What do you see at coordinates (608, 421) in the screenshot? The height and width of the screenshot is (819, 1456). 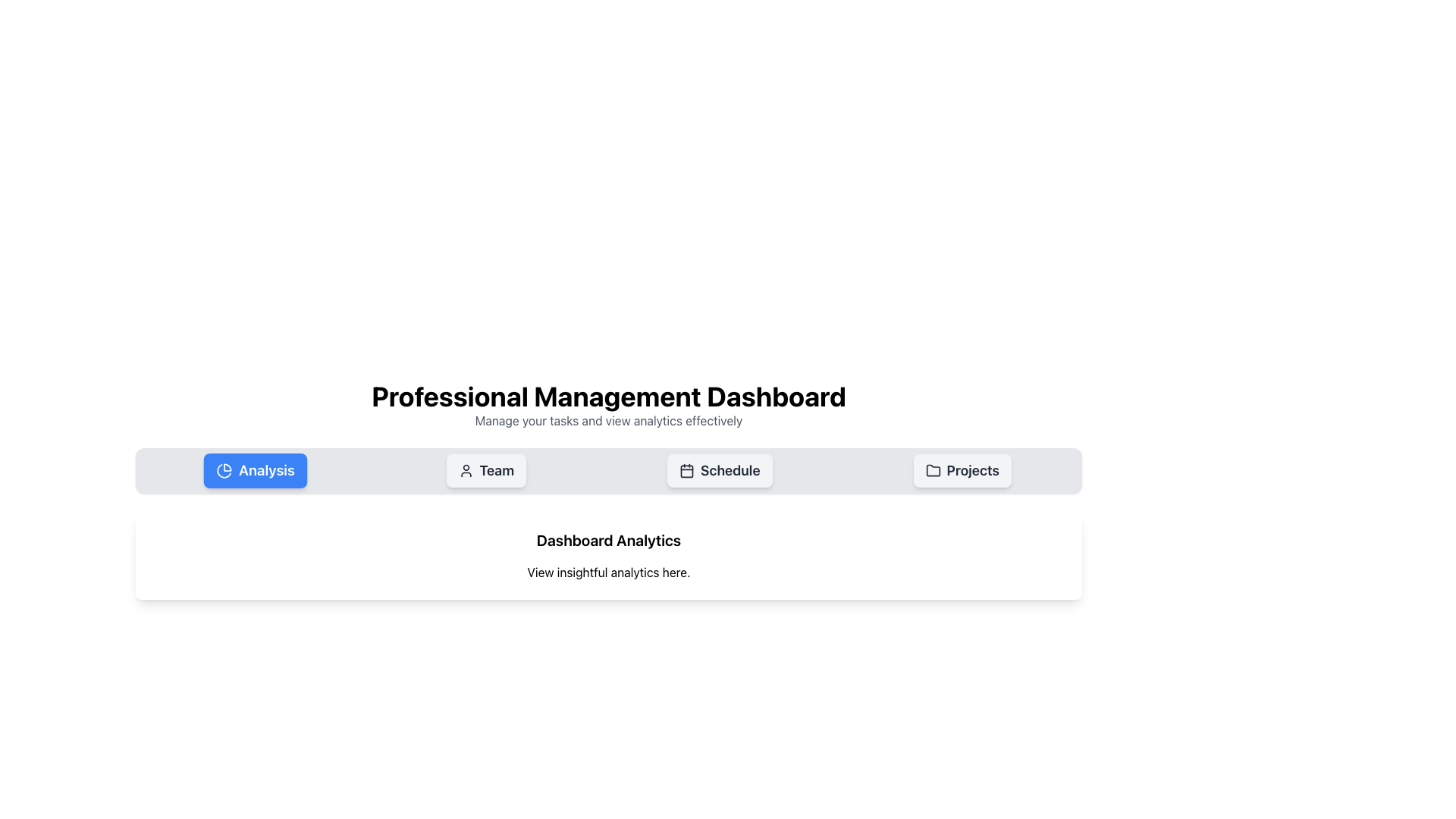 I see `the static text content displaying the phrase 'Manage your tasks and view analytics effectively,' which is located directly below the header 'Professional Management Dashboard' and centered in the layout` at bounding box center [608, 421].